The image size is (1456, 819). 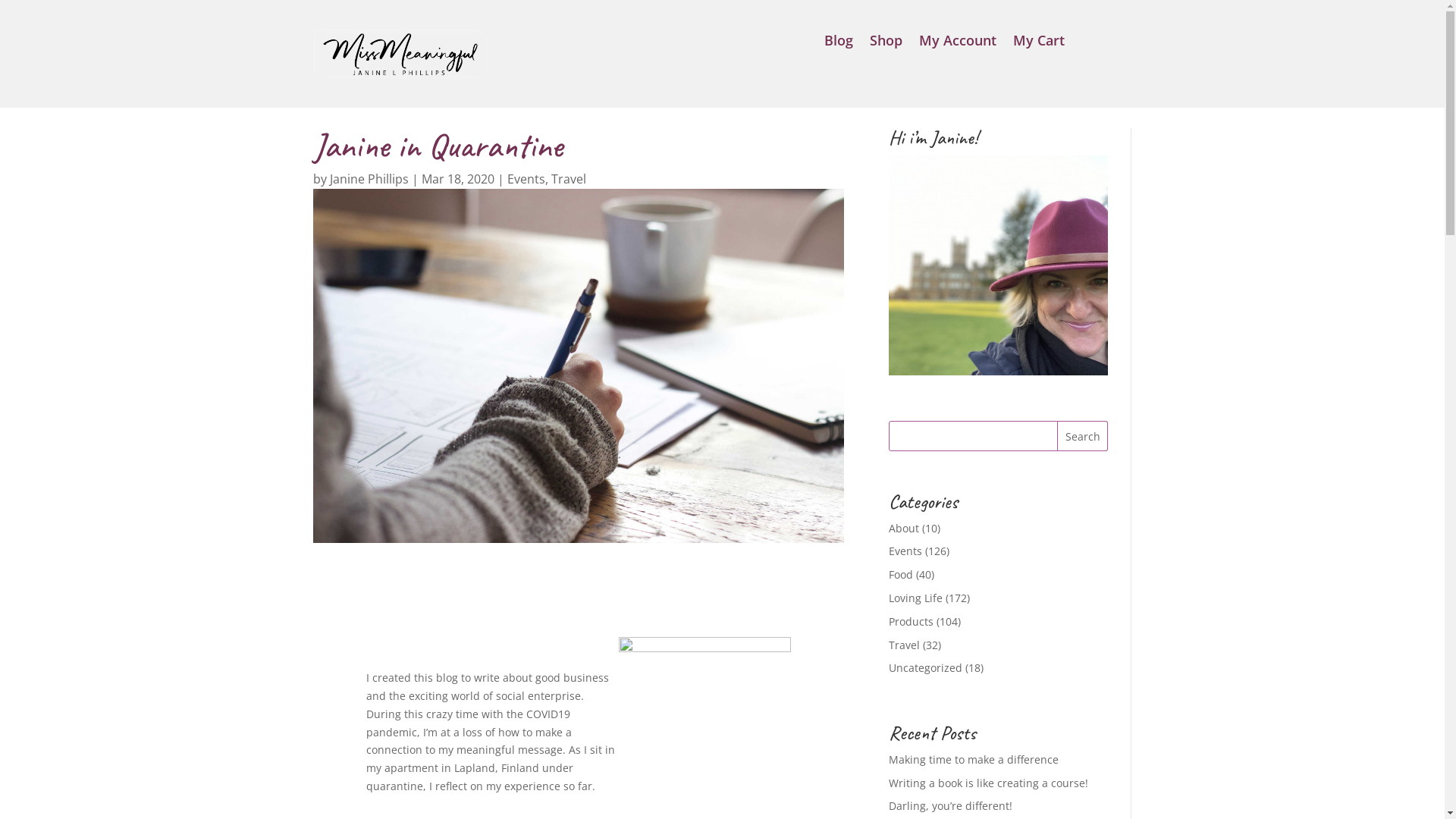 What do you see at coordinates (918, 42) in the screenshot?
I see `'My Account'` at bounding box center [918, 42].